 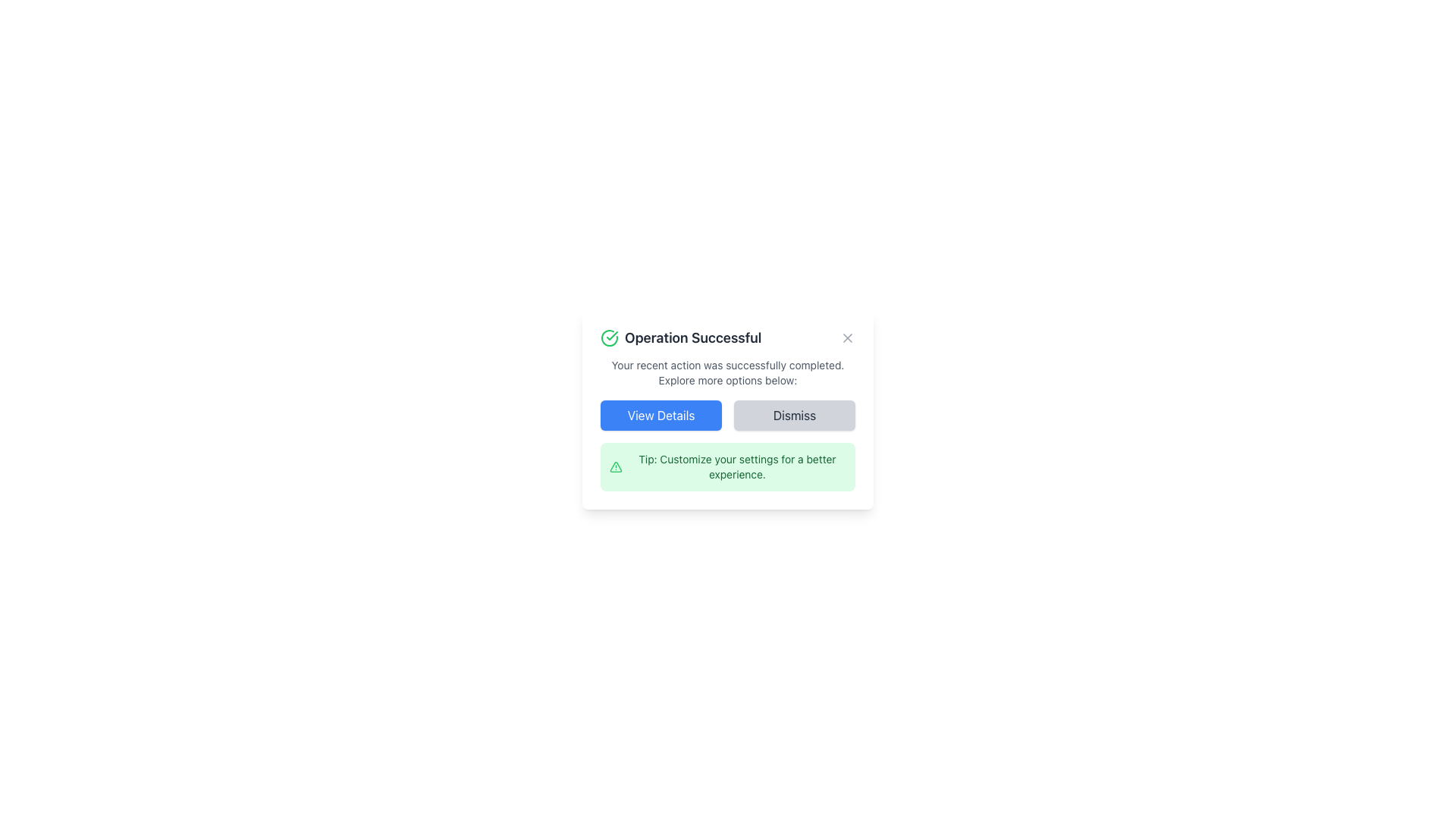 What do you see at coordinates (616, 466) in the screenshot?
I see `the alert/warning icon located to the left of the text 'Tip: Customize your settings for a better experience' in the bottom portion of the modal dialogue box for visual information` at bounding box center [616, 466].